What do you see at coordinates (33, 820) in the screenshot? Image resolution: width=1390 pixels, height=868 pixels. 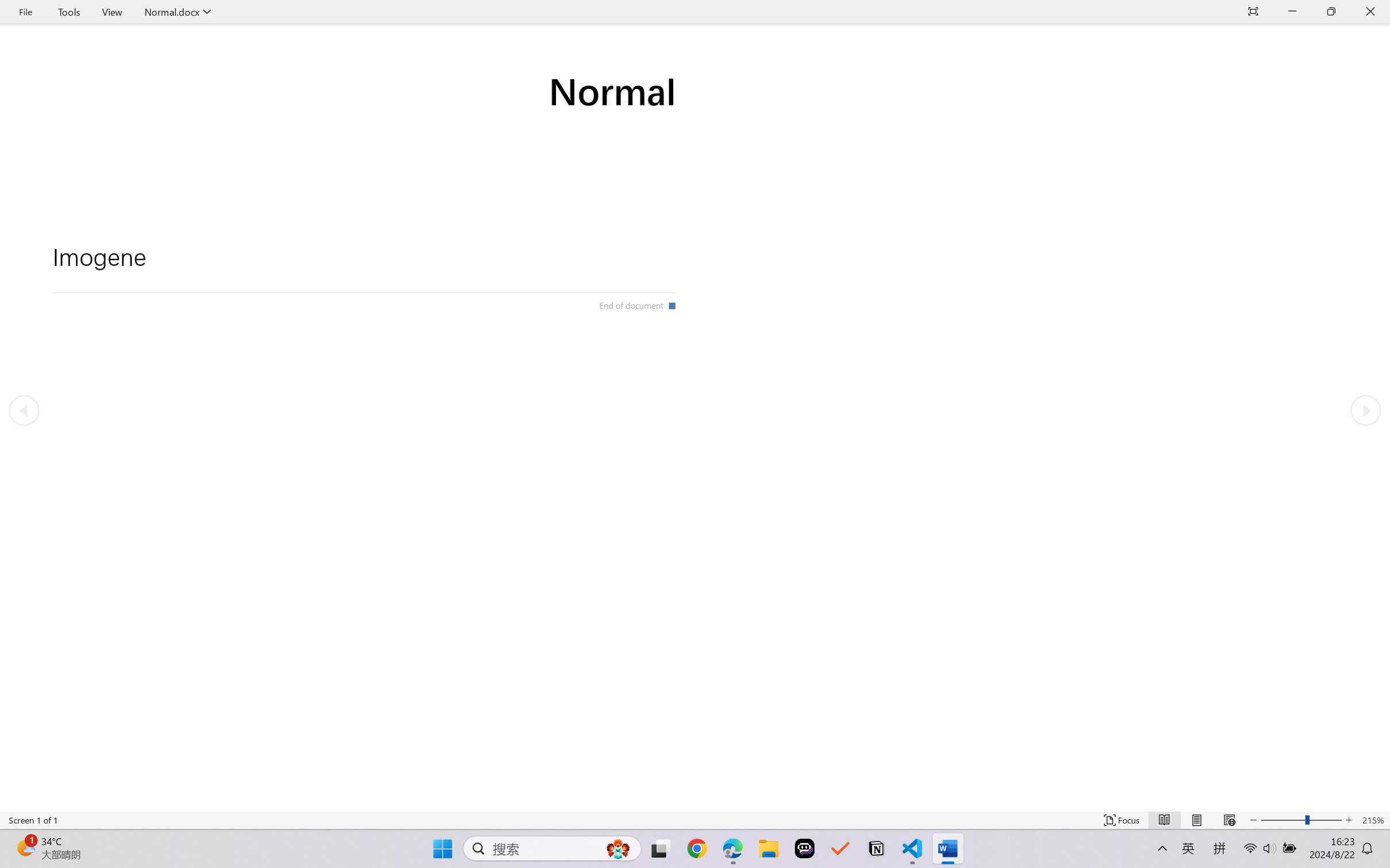 I see `'Page Number Screen 1 of 1 '` at bounding box center [33, 820].